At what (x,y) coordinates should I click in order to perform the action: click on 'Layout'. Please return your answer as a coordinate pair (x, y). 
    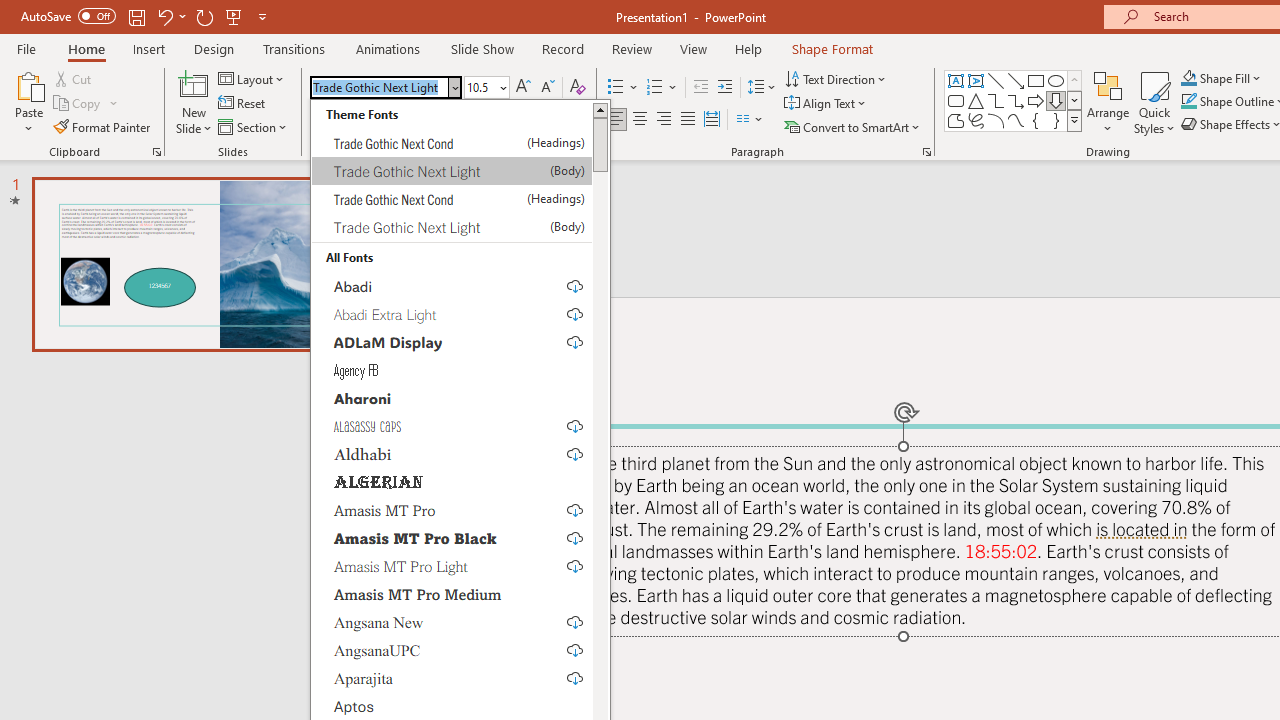
    Looking at the image, I should click on (251, 78).